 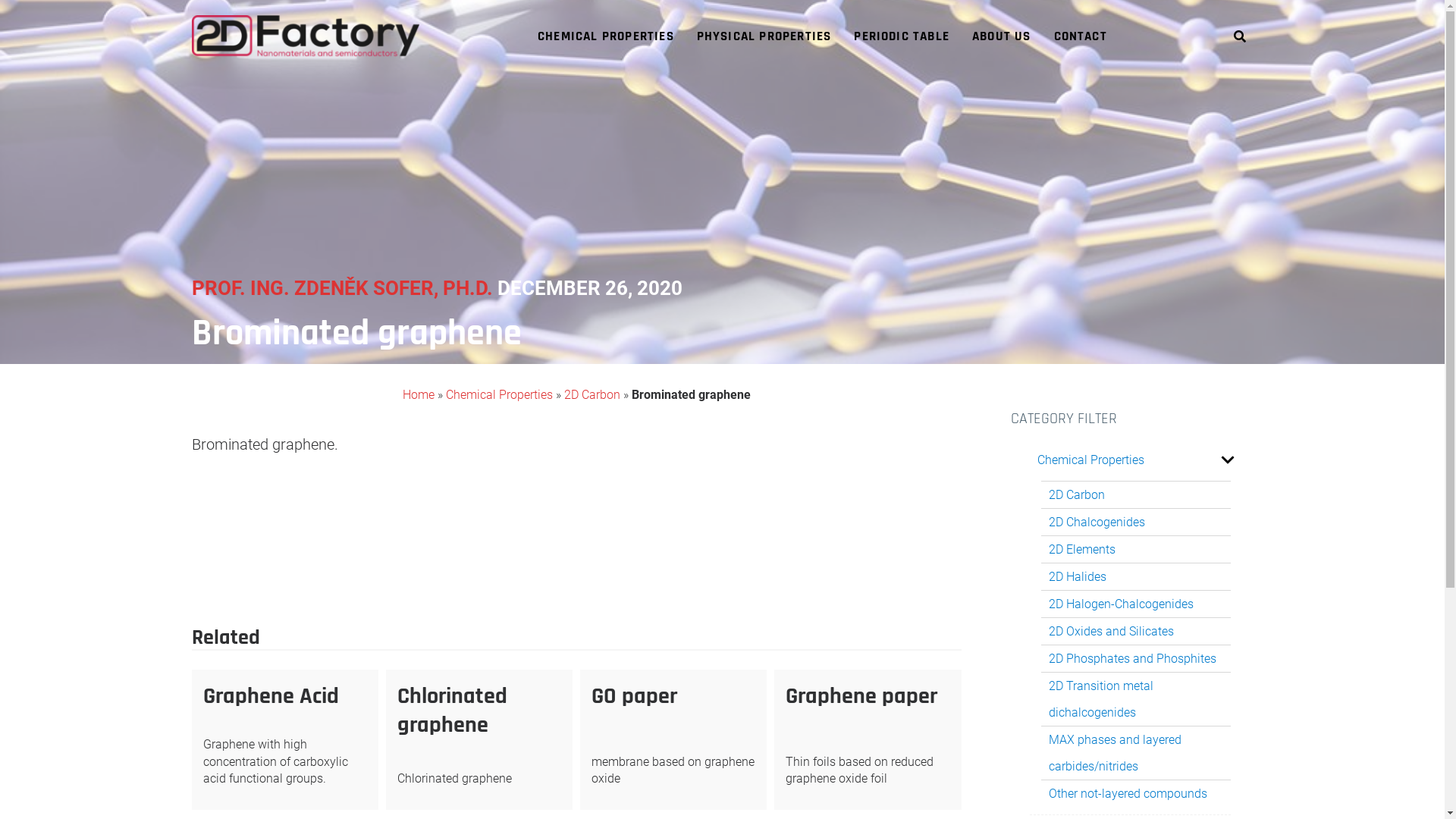 What do you see at coordinates (1001, 36) in the screenshot?
I see `'ABOUT US'` at bounding box center [1001, 36].